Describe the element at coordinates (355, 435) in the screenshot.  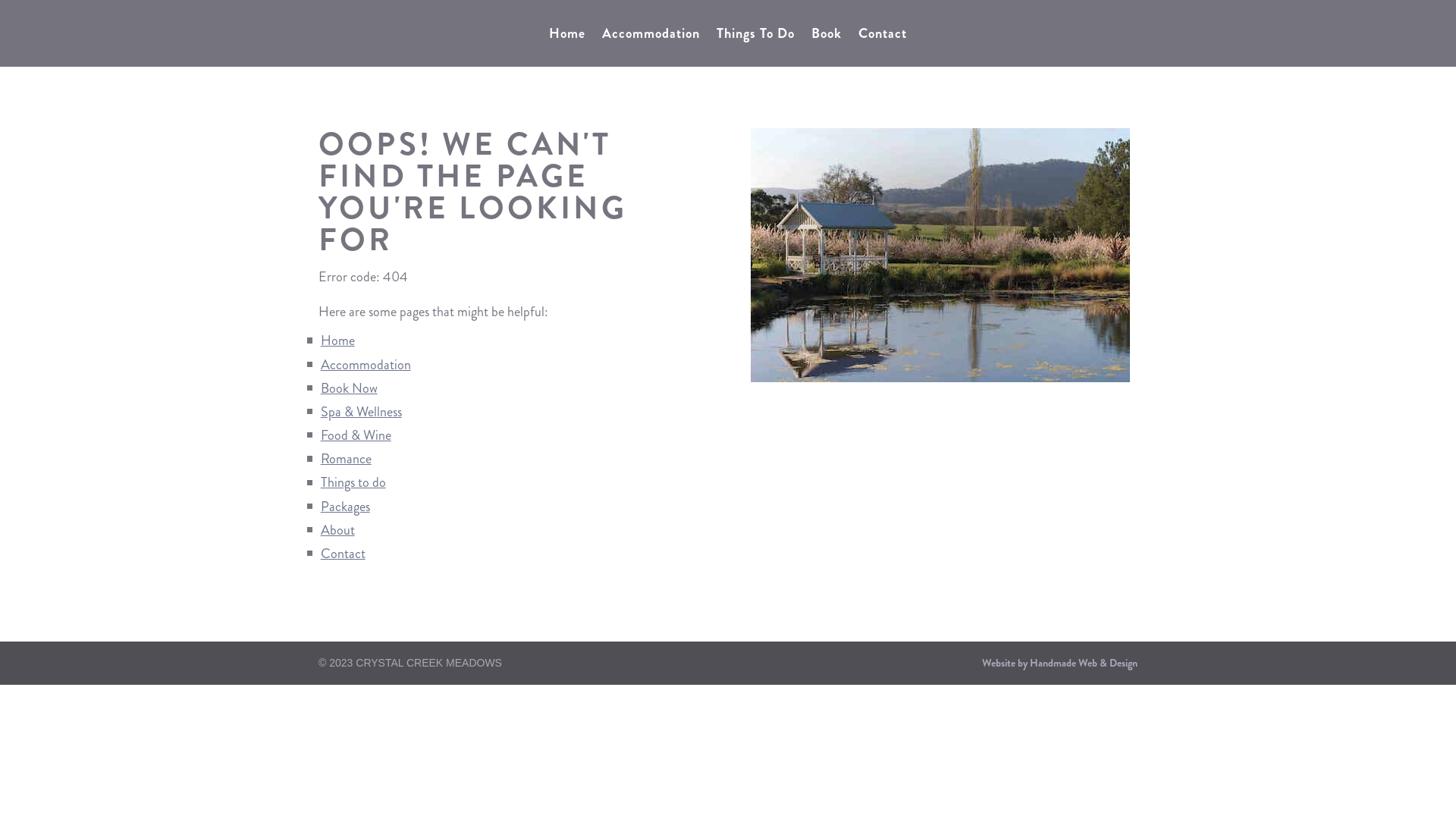
I see `'Food & Wine'` at that location.